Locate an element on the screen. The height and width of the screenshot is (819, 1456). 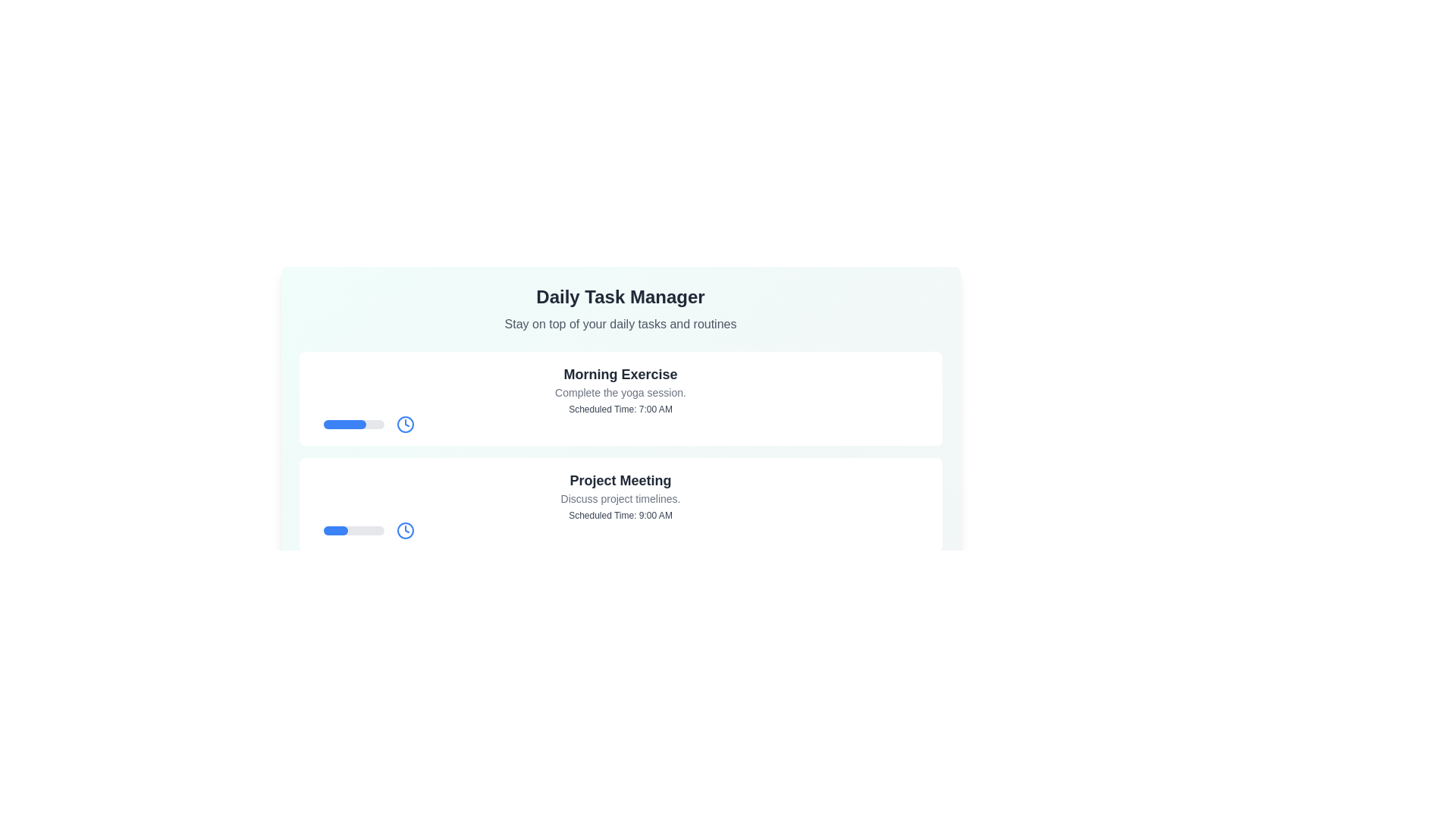
the filled portion of the Progress bar located below the 'Project Meeting' section to indicate progress status is located at coordinates (334, 529).